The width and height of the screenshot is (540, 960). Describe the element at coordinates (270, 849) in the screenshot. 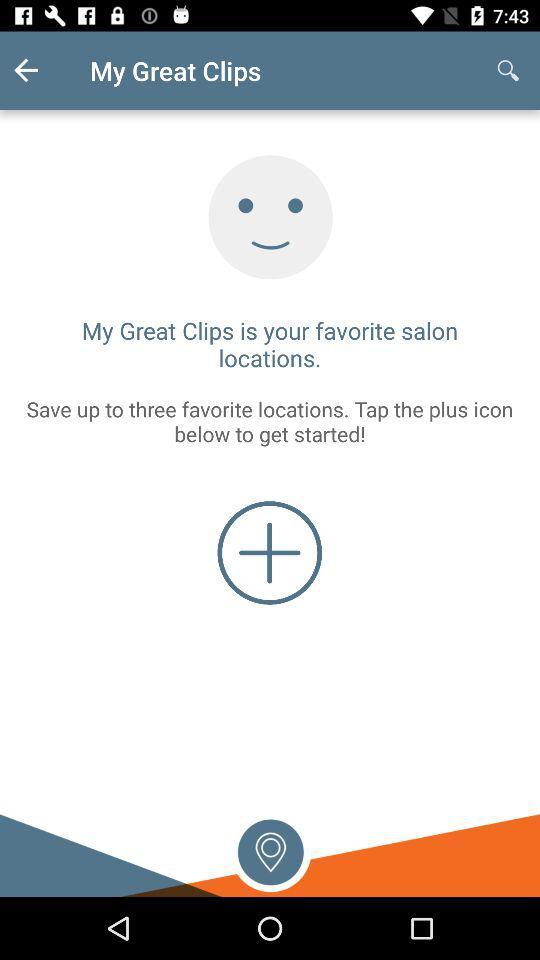

I see `the location option` at that location.